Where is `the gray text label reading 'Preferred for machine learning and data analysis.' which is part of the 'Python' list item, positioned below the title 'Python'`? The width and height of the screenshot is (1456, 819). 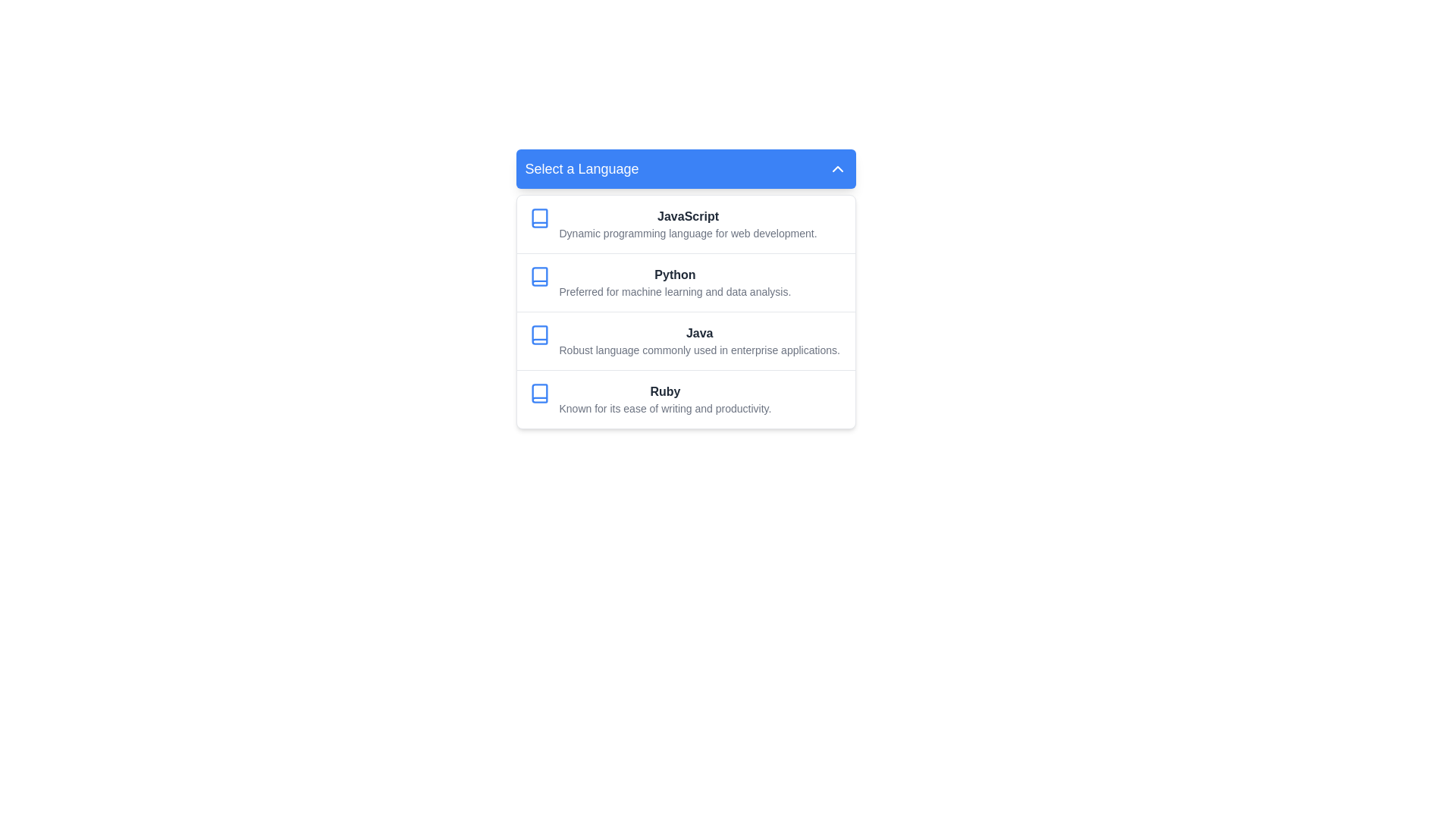
the gray text label reading 'Preferred for machine learning and data analysis.' which is part of the 'Python' list item, positioned below the title 'Python' is located at coordinates (674, 292).